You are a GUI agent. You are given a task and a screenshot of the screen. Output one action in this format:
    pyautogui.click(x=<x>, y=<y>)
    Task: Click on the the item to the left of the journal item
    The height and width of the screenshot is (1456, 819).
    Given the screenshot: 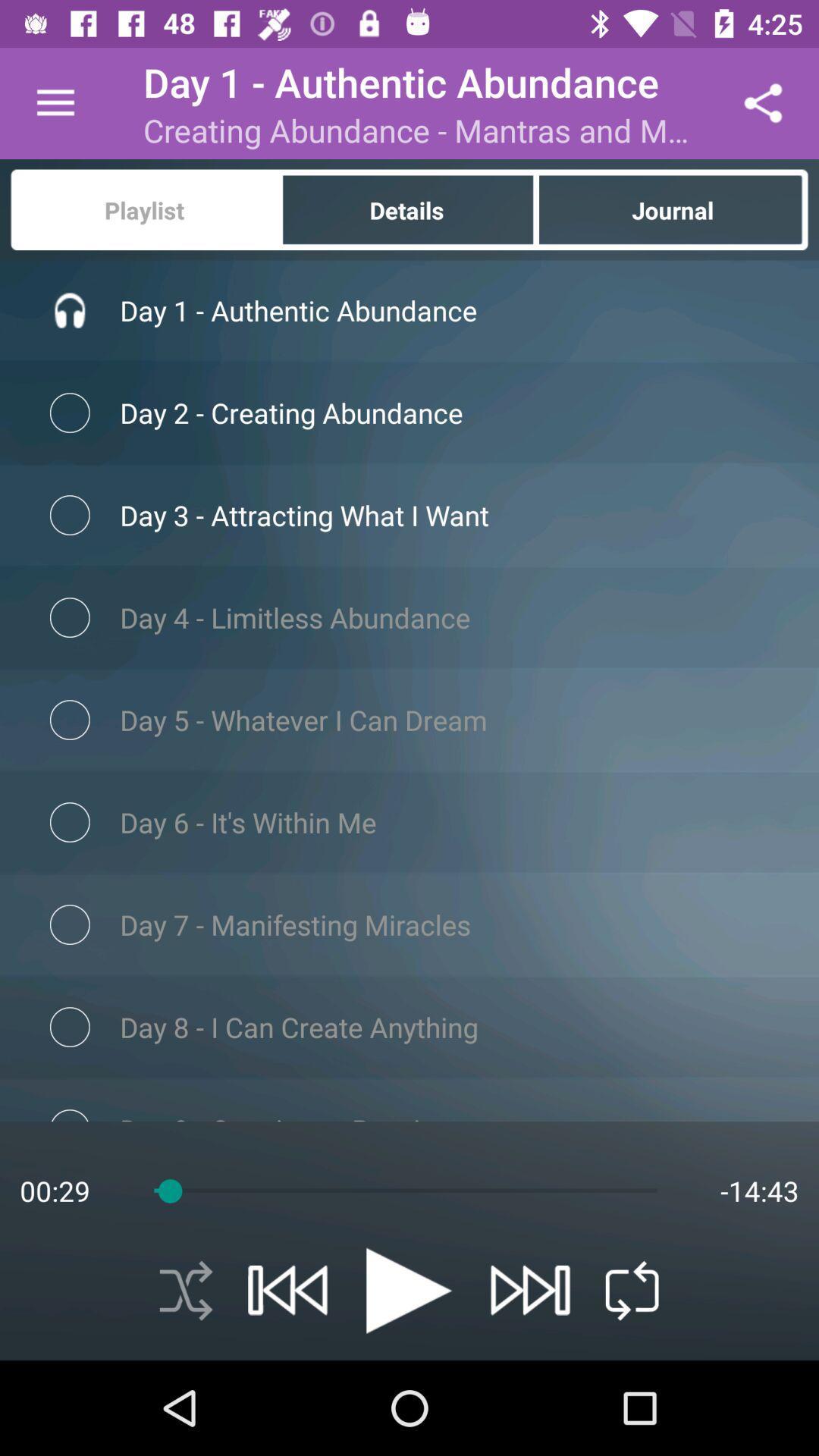 What is the action you would take?
    pyautogui.click(x=407, y=209)
    